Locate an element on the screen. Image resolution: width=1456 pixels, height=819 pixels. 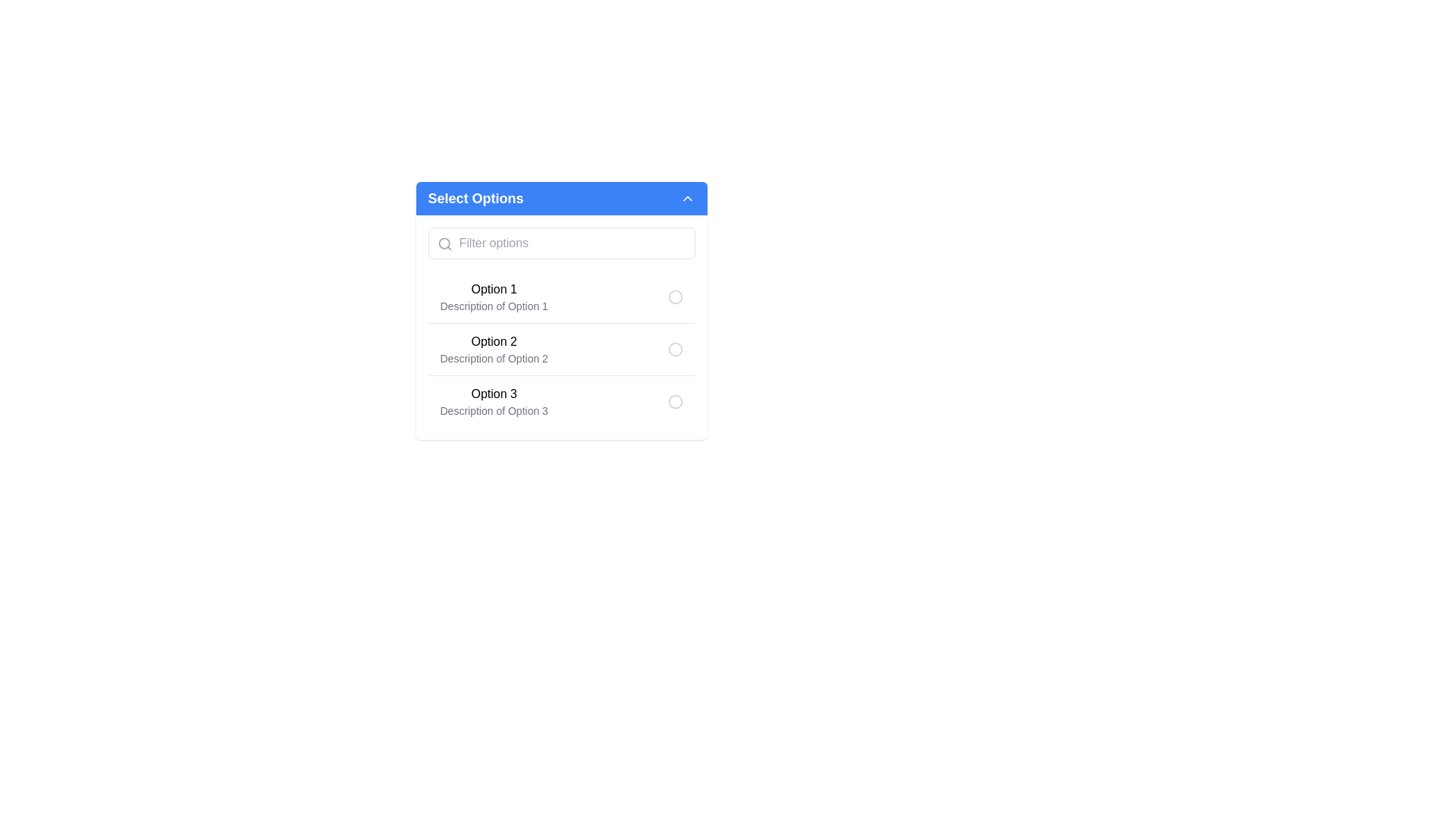
text label 'Description of Option 2', which is styled in a smaller gray font and located below 'Option 2' in the dropdown menu is located at coordinates (494, 359).